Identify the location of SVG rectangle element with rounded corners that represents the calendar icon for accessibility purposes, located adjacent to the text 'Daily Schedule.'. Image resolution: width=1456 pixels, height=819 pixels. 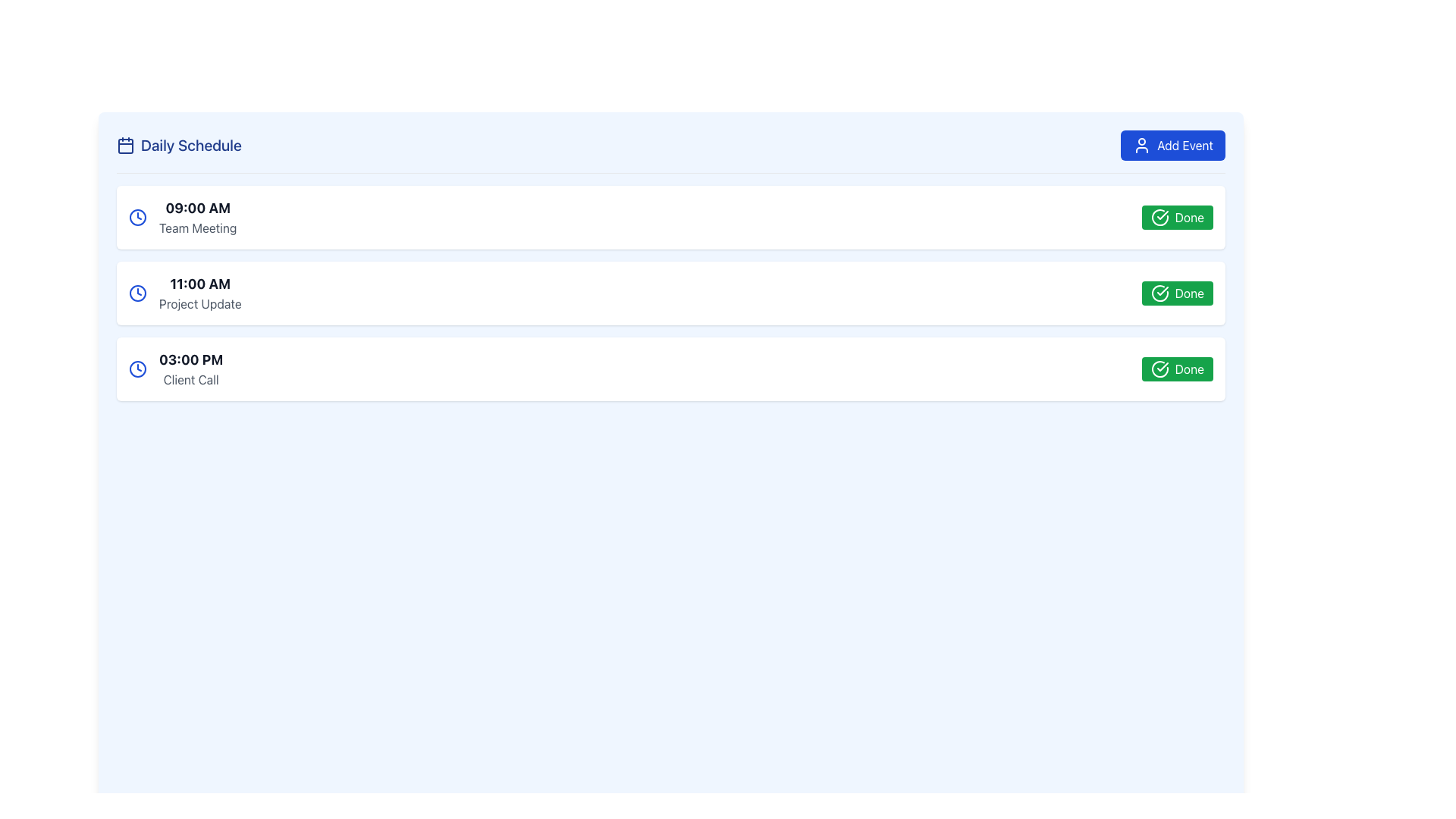
(126, 146).